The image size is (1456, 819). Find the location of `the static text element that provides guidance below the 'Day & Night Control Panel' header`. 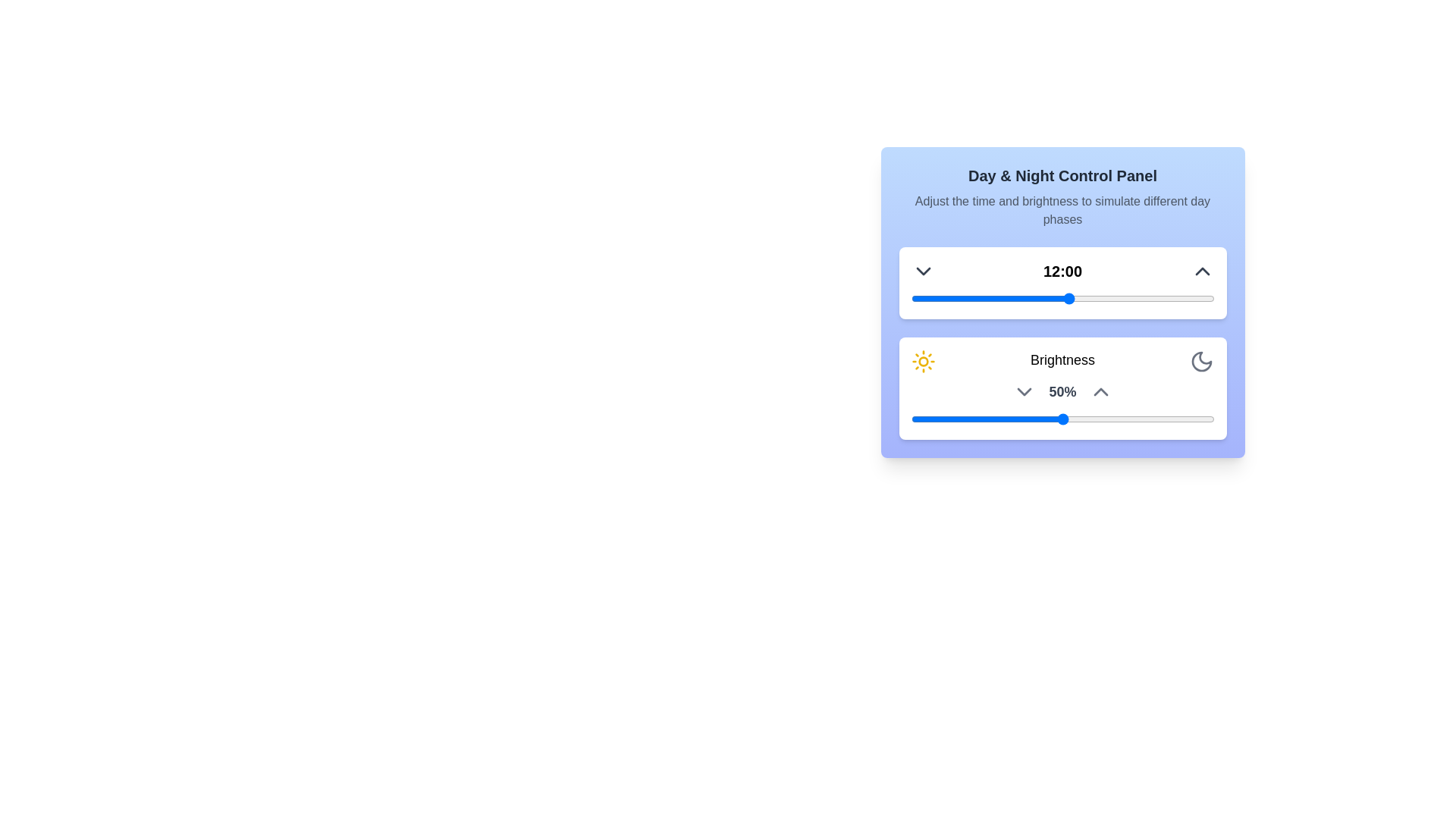

the static text element that provides guidance below the 'Day & Night Control Panel' header is located at coordinates (1062, 210).